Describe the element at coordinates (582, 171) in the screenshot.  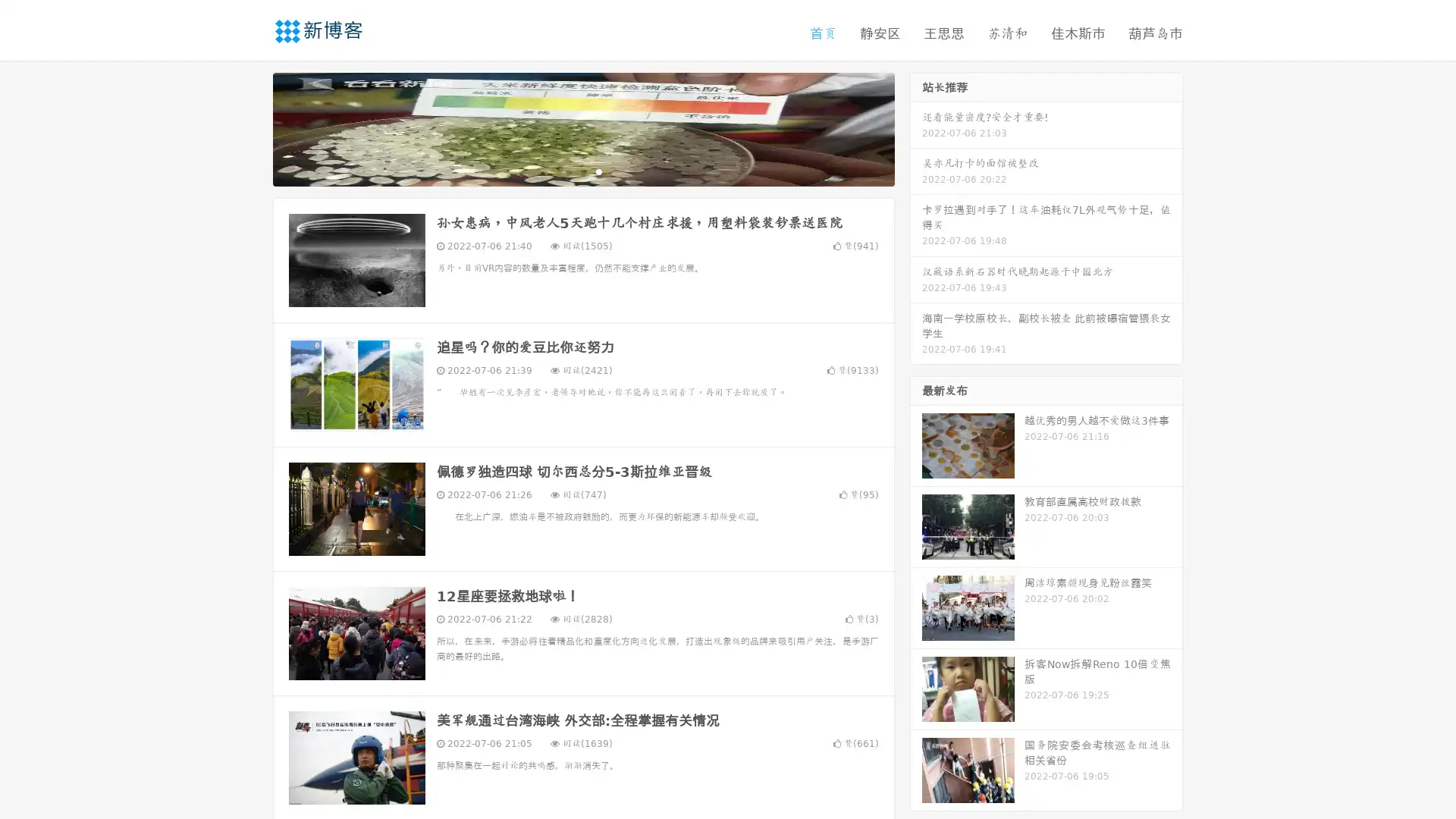
I see `Go to slide 2` at that location.